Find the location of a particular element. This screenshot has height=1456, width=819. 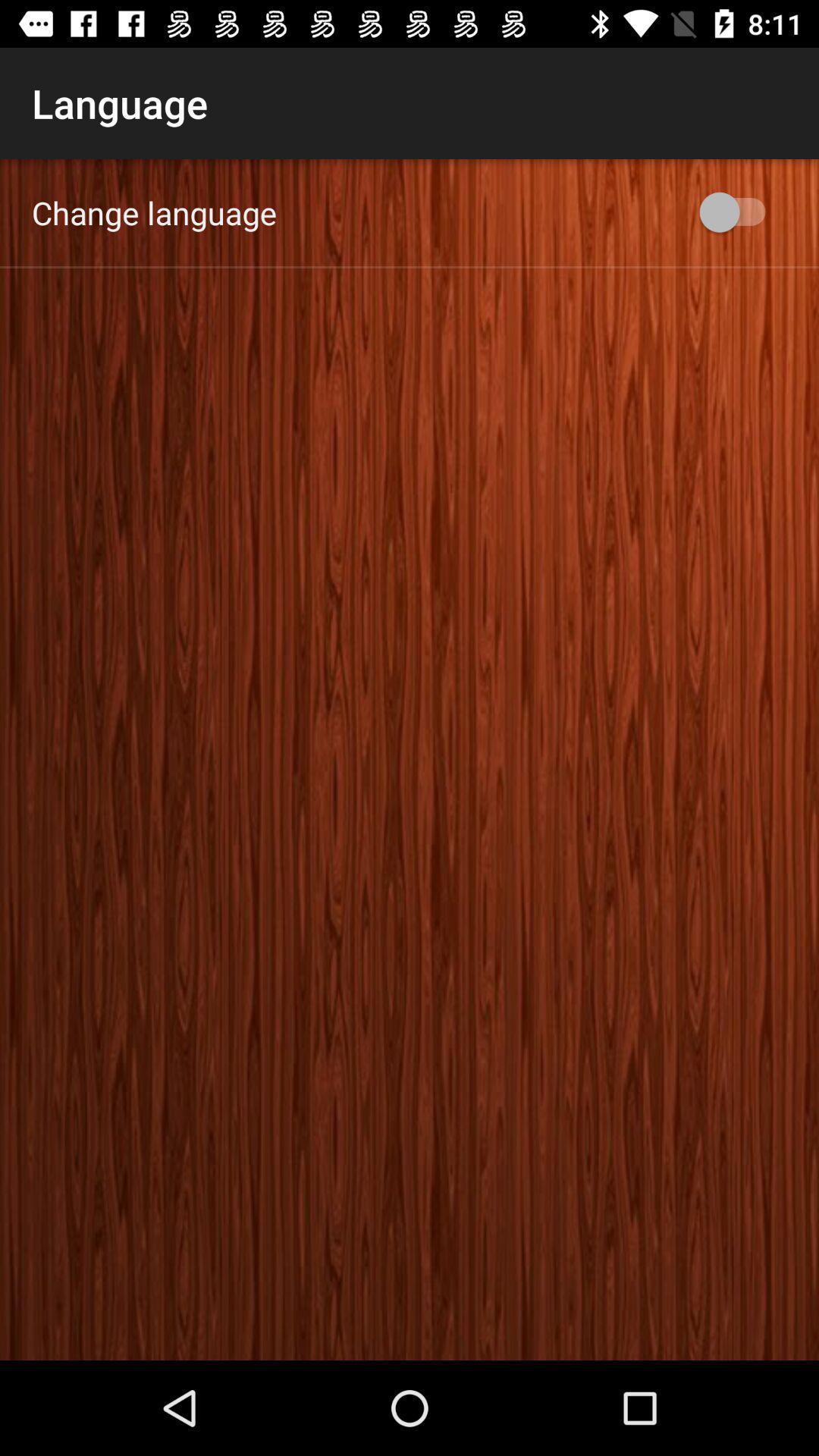

icon to the right of the change language app is located at coordinates (739, 212).